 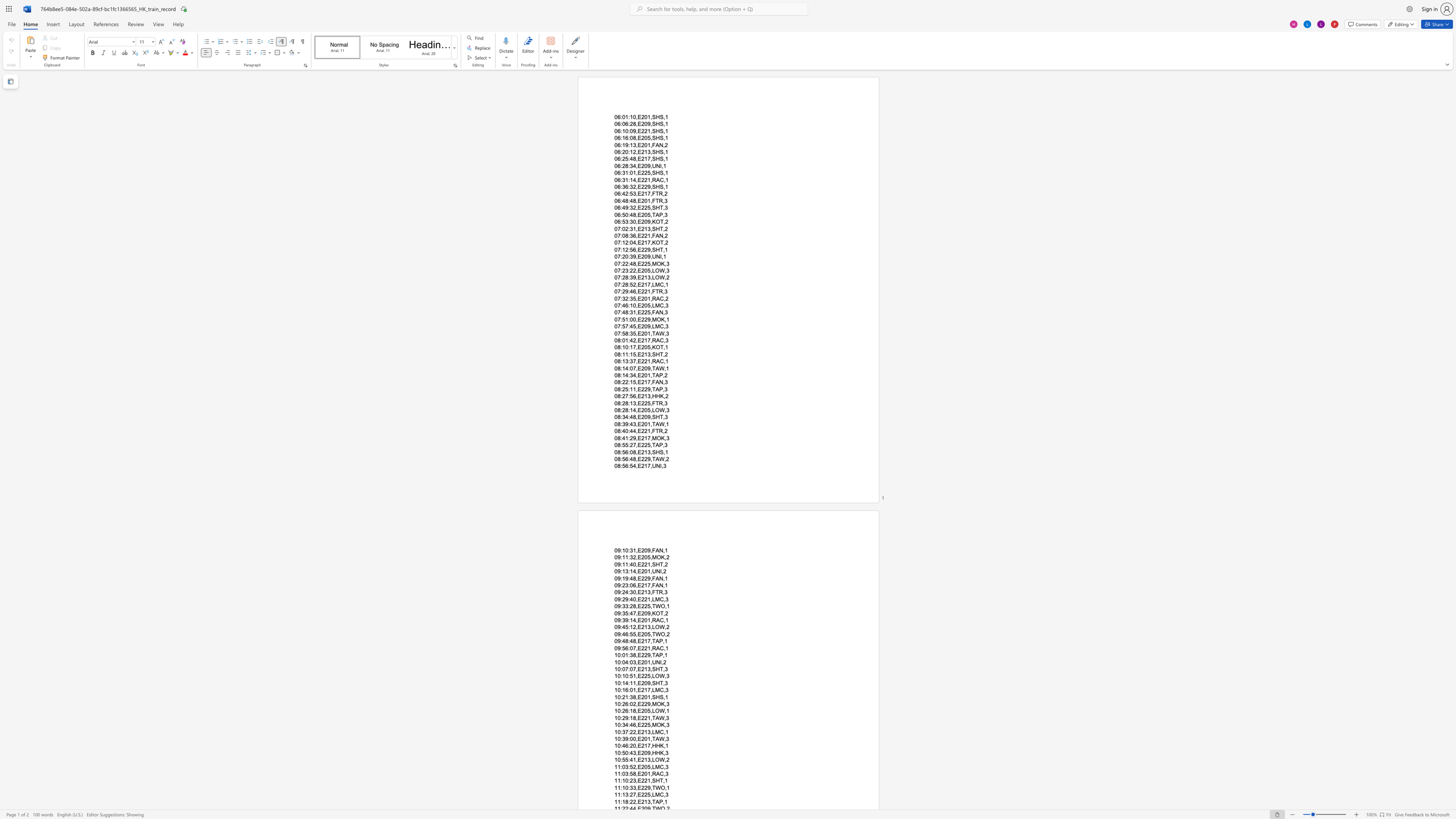 I want to click on the subset text "6:" within the text "08:56:48,E229,TAW,2", so click(x=625, y=459).